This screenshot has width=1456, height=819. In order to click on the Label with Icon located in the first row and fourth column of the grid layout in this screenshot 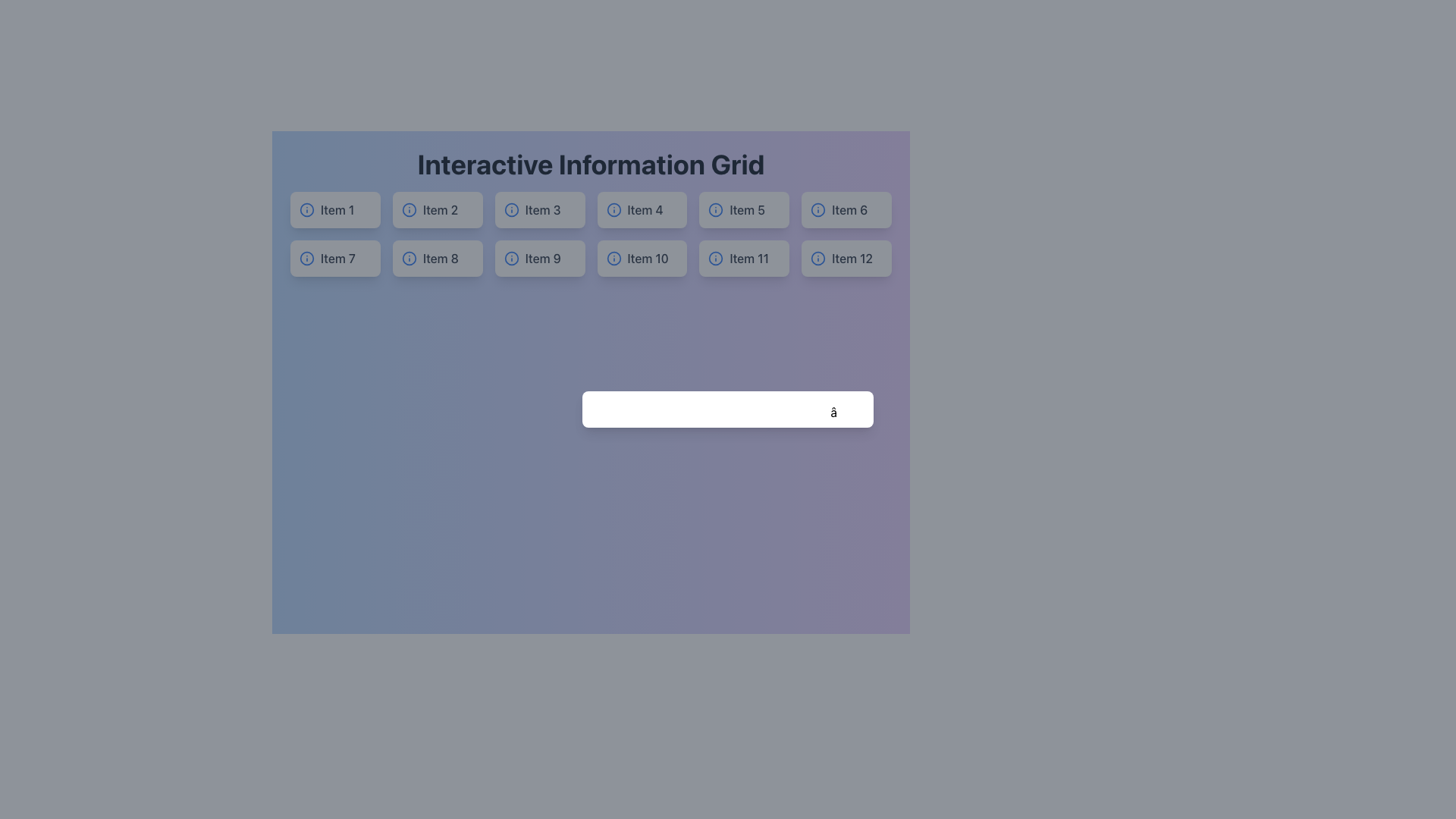, I will do `click(642, 210)`.